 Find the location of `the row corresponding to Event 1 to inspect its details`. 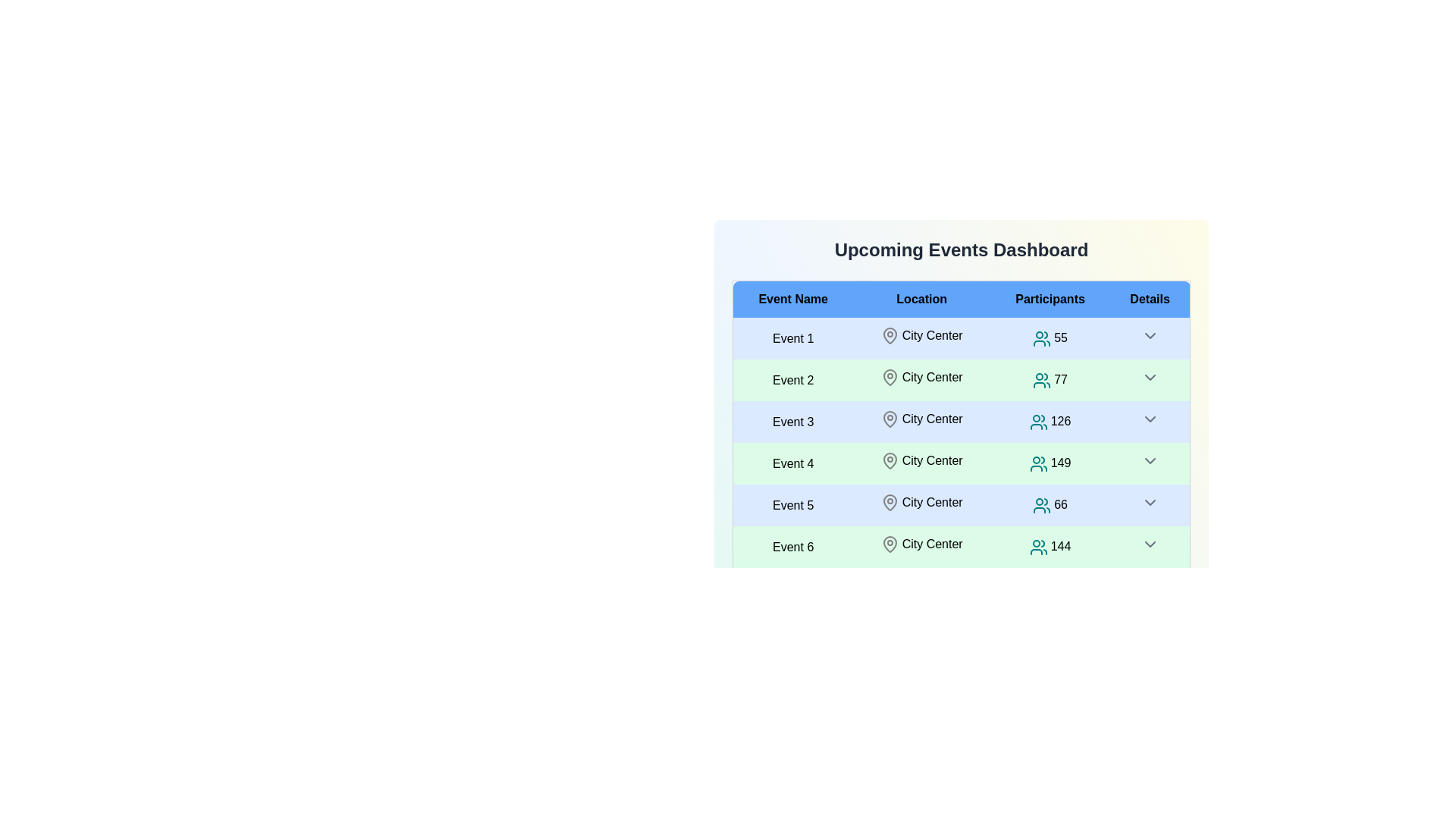

the row corresponding to Event 1 to inspect its details is located at coordinates (792, 337).